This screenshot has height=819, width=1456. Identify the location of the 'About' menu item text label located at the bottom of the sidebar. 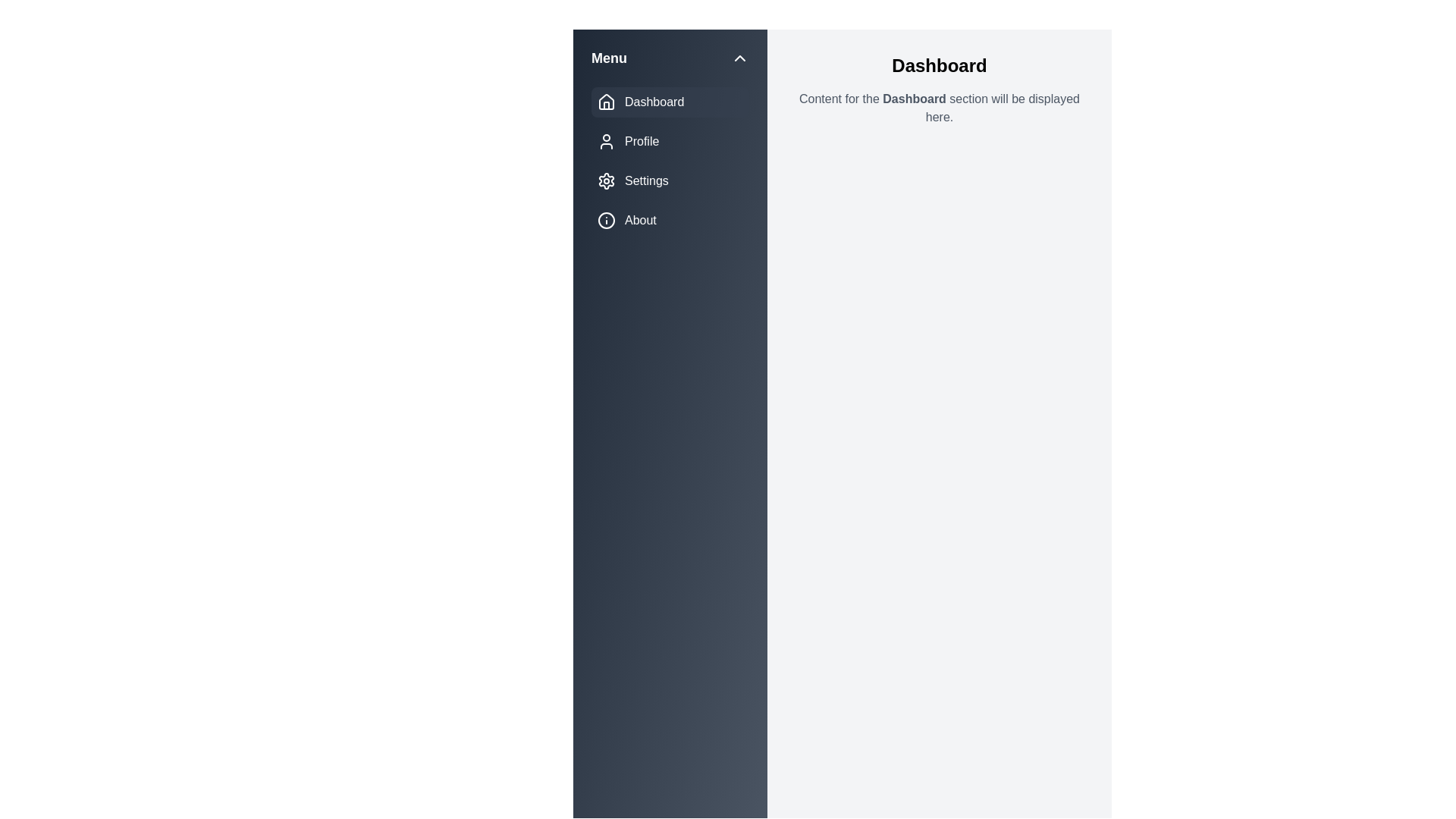
(640, 220).